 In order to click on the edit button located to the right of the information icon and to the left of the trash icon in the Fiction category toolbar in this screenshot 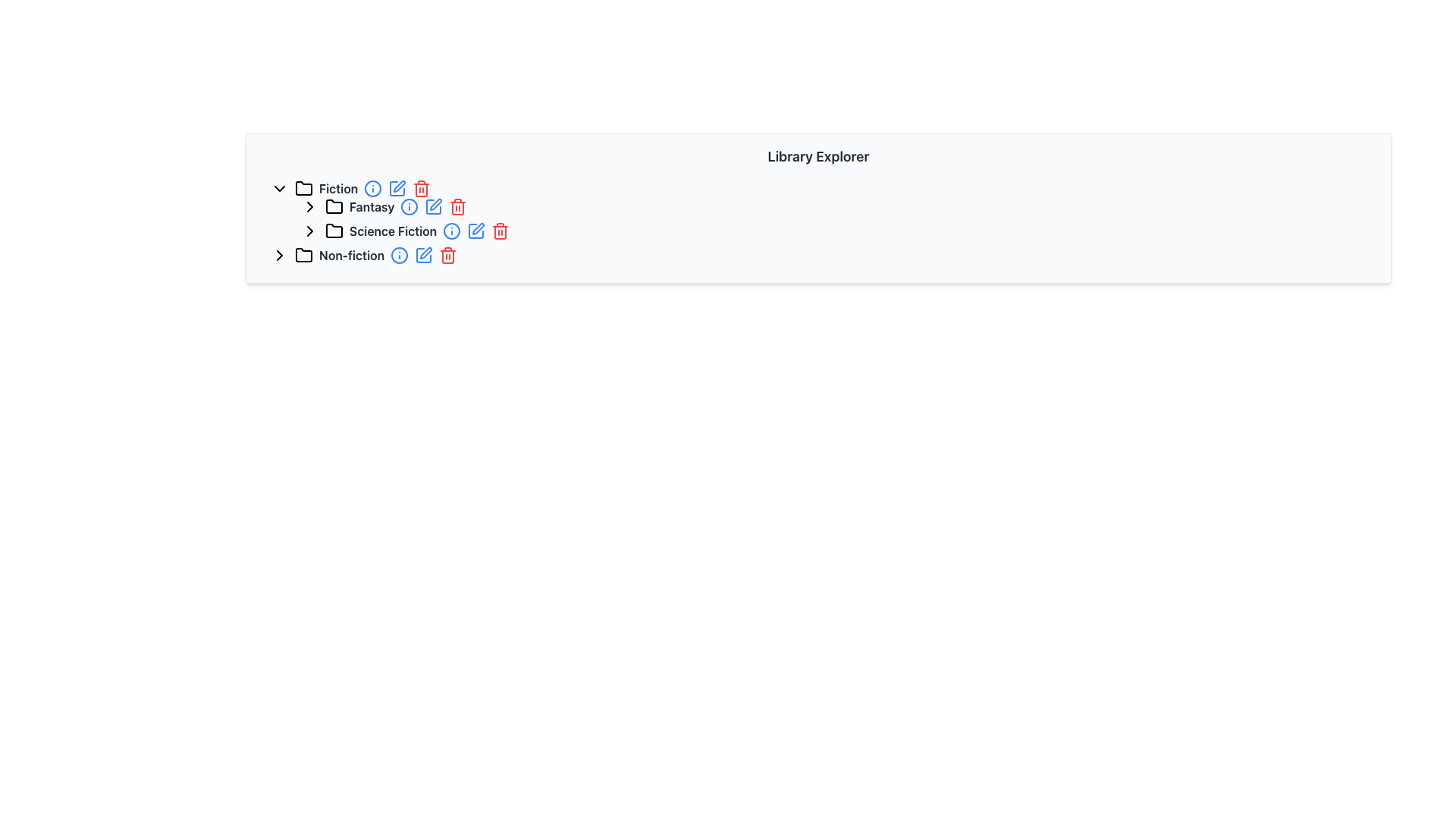, I will do `click(397, 188)`.